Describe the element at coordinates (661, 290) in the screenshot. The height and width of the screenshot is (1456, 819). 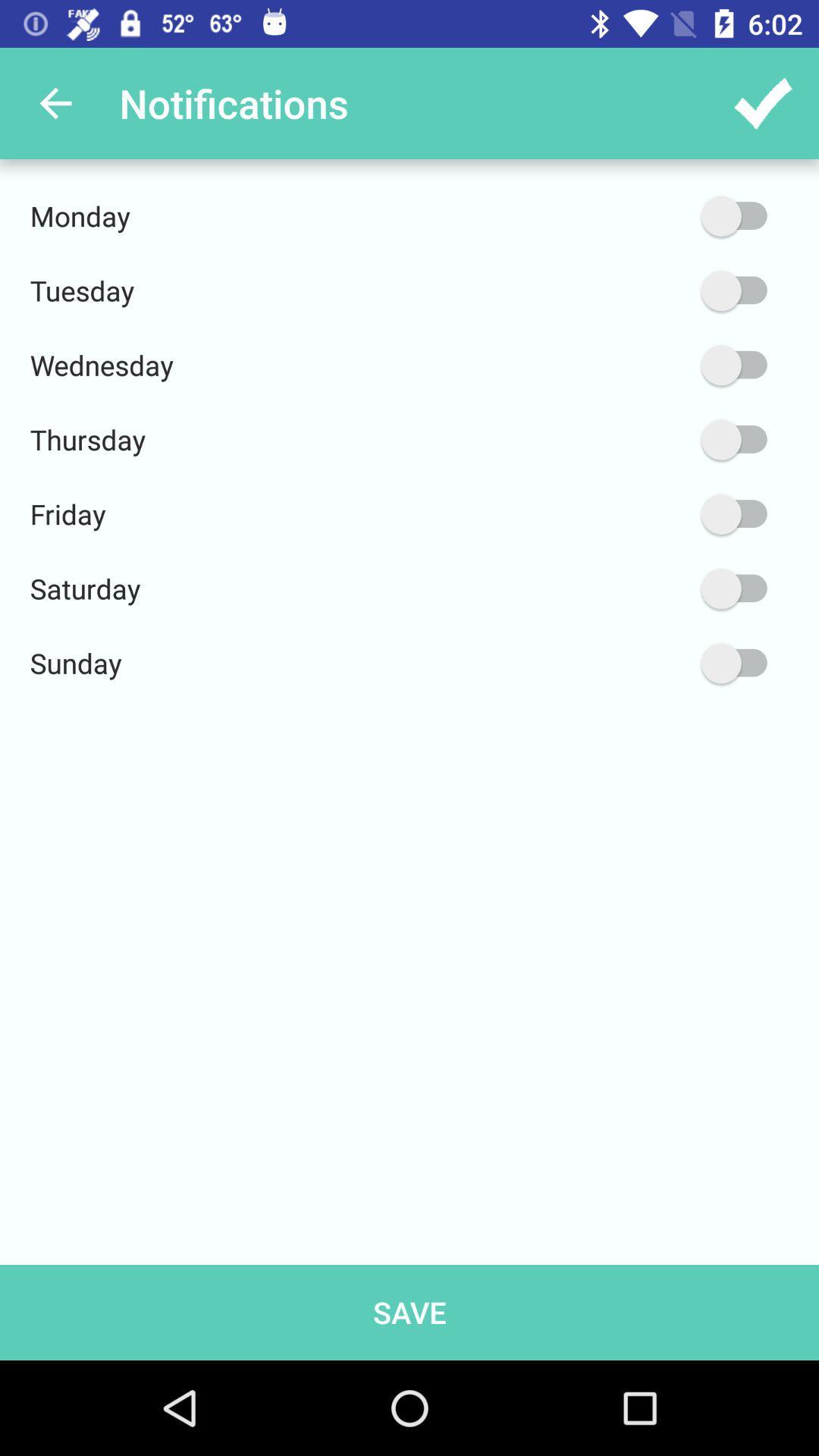
I see `icon to the right of the tuesday icon` at that location.